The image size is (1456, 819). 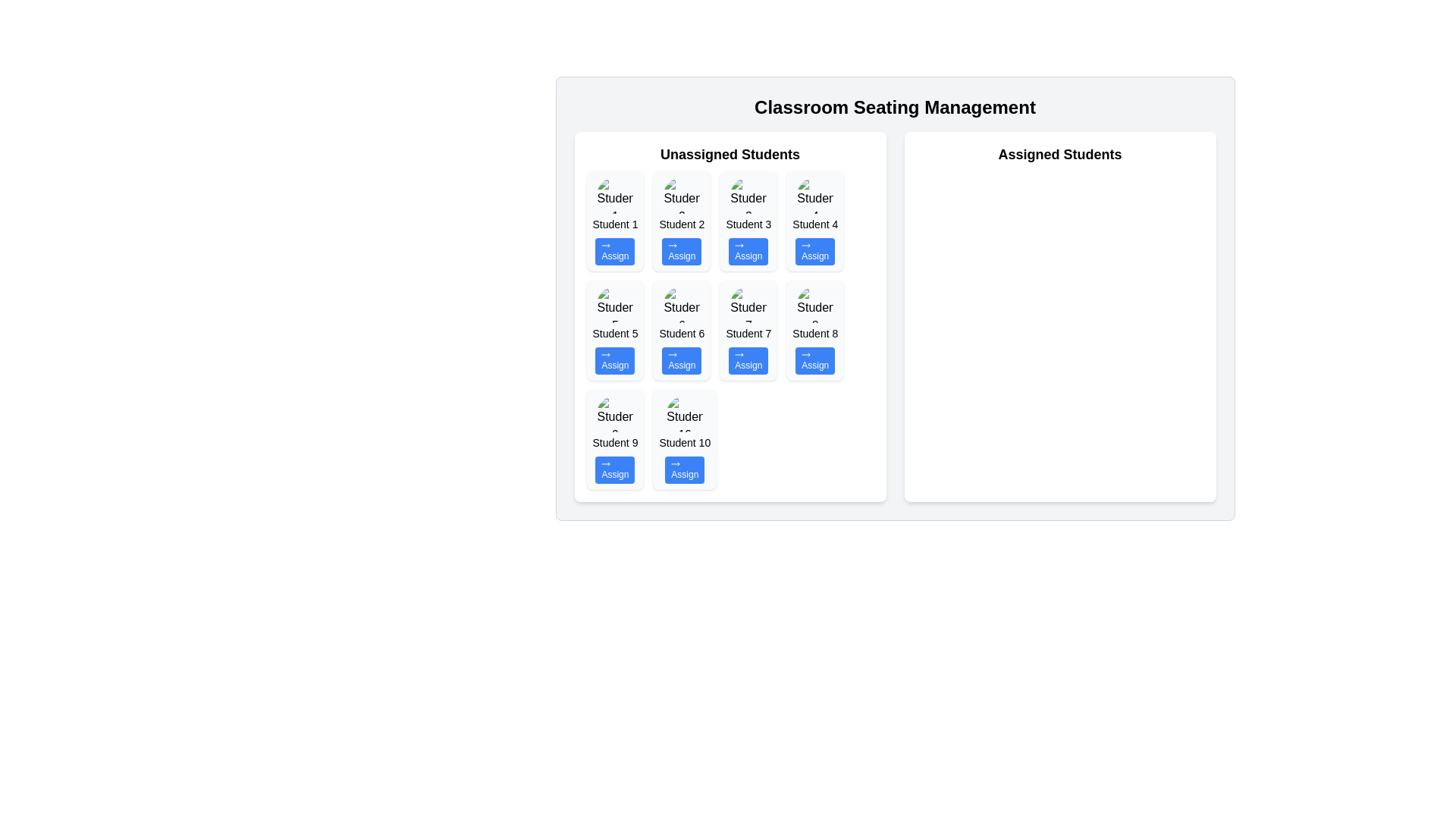 I want to click on to highlight the text label reading 'Assigned Students', which is styled with a bold, large font and located at the top center of the right section of the interface, so click(x=1059, y=155).